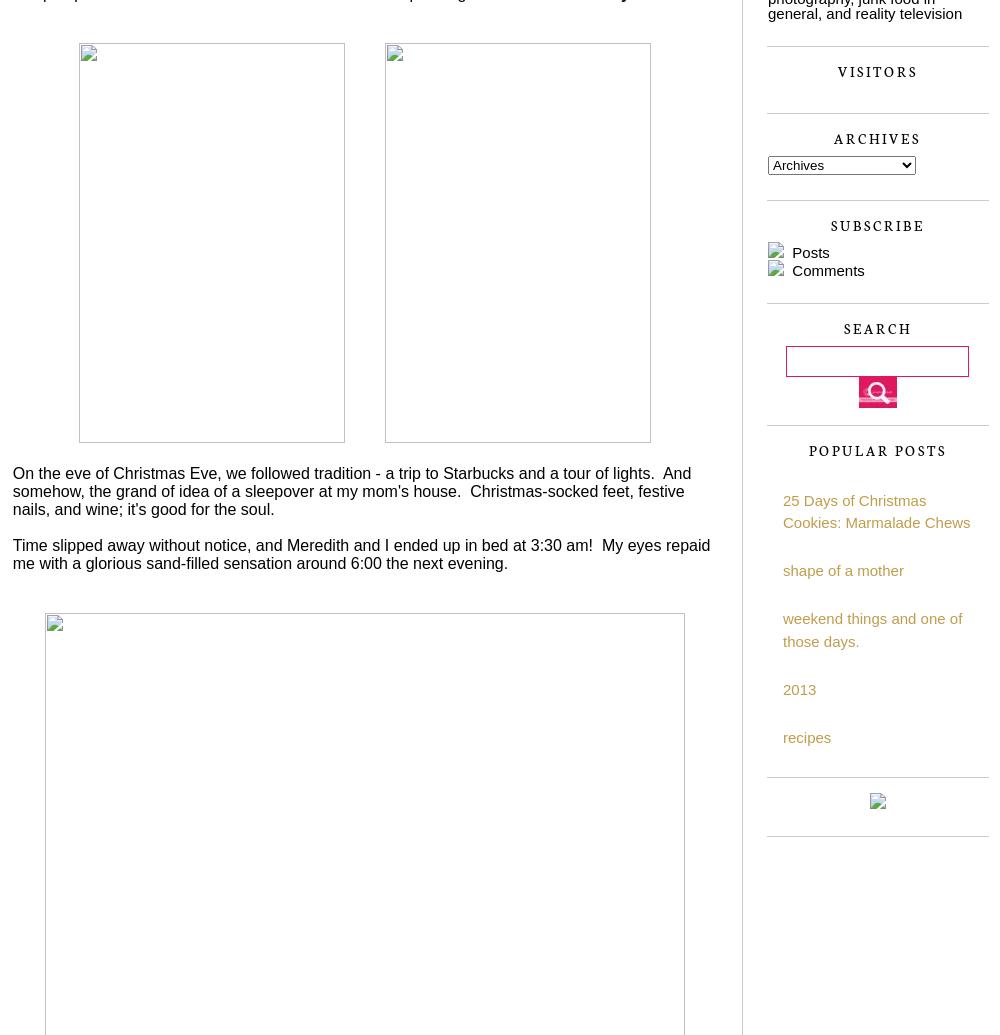  I want to click on 'weekend things and one of those days.', so click(871, 628).